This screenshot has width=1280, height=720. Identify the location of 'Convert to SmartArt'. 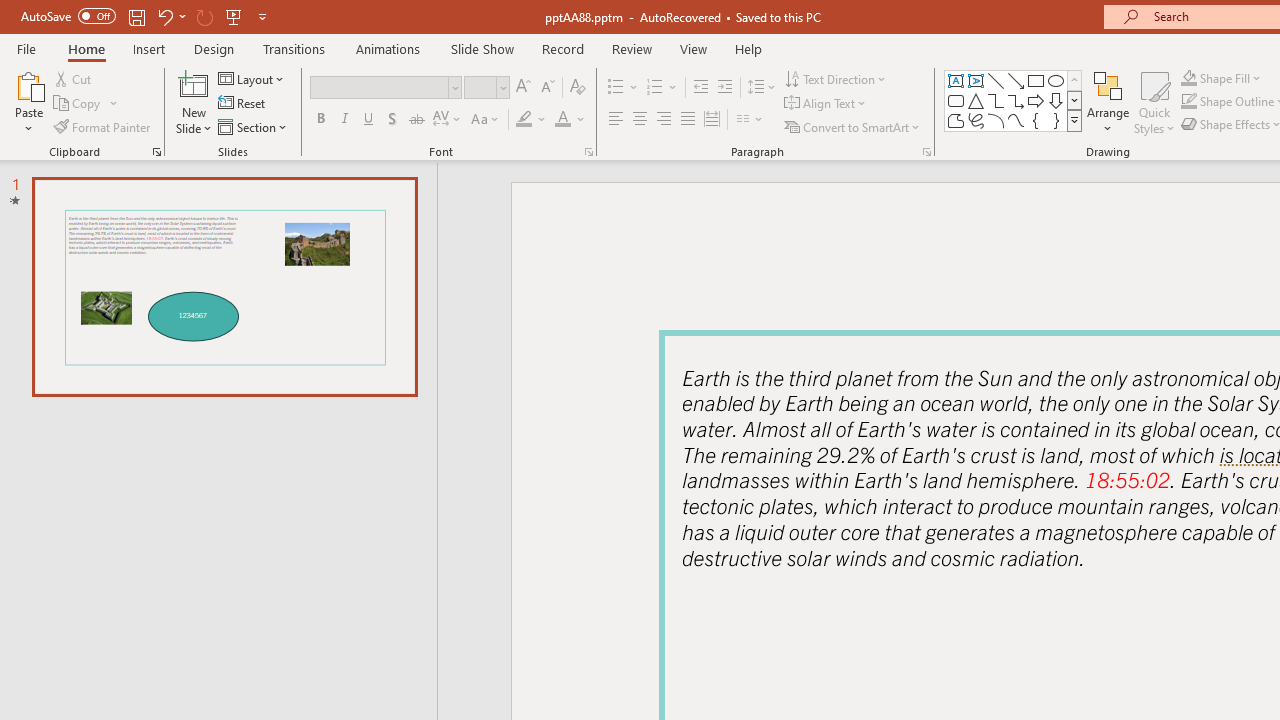
(853, 127).